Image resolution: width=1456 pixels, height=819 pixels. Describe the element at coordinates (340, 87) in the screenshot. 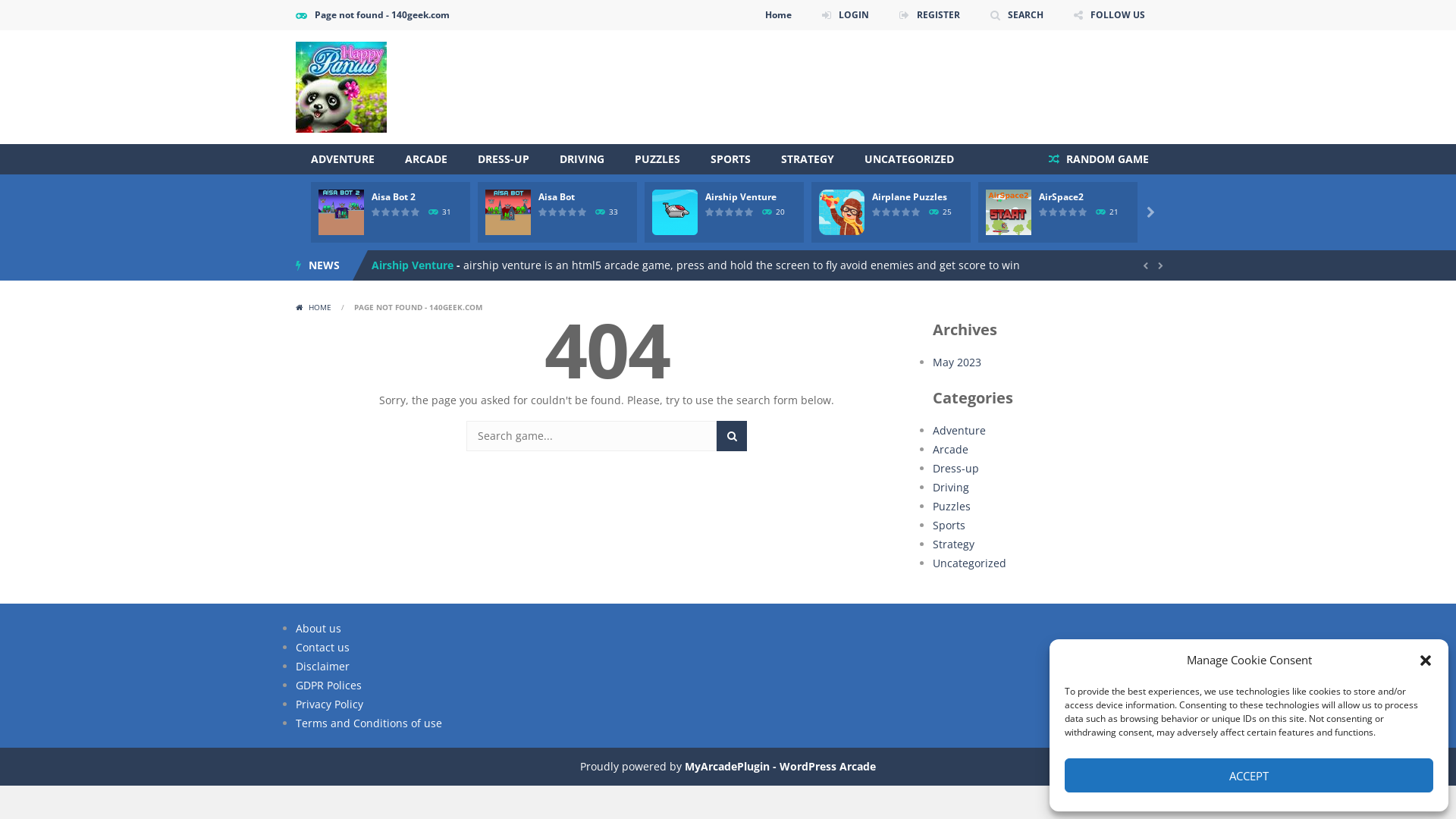

I see `'140geek.com'` at that location.